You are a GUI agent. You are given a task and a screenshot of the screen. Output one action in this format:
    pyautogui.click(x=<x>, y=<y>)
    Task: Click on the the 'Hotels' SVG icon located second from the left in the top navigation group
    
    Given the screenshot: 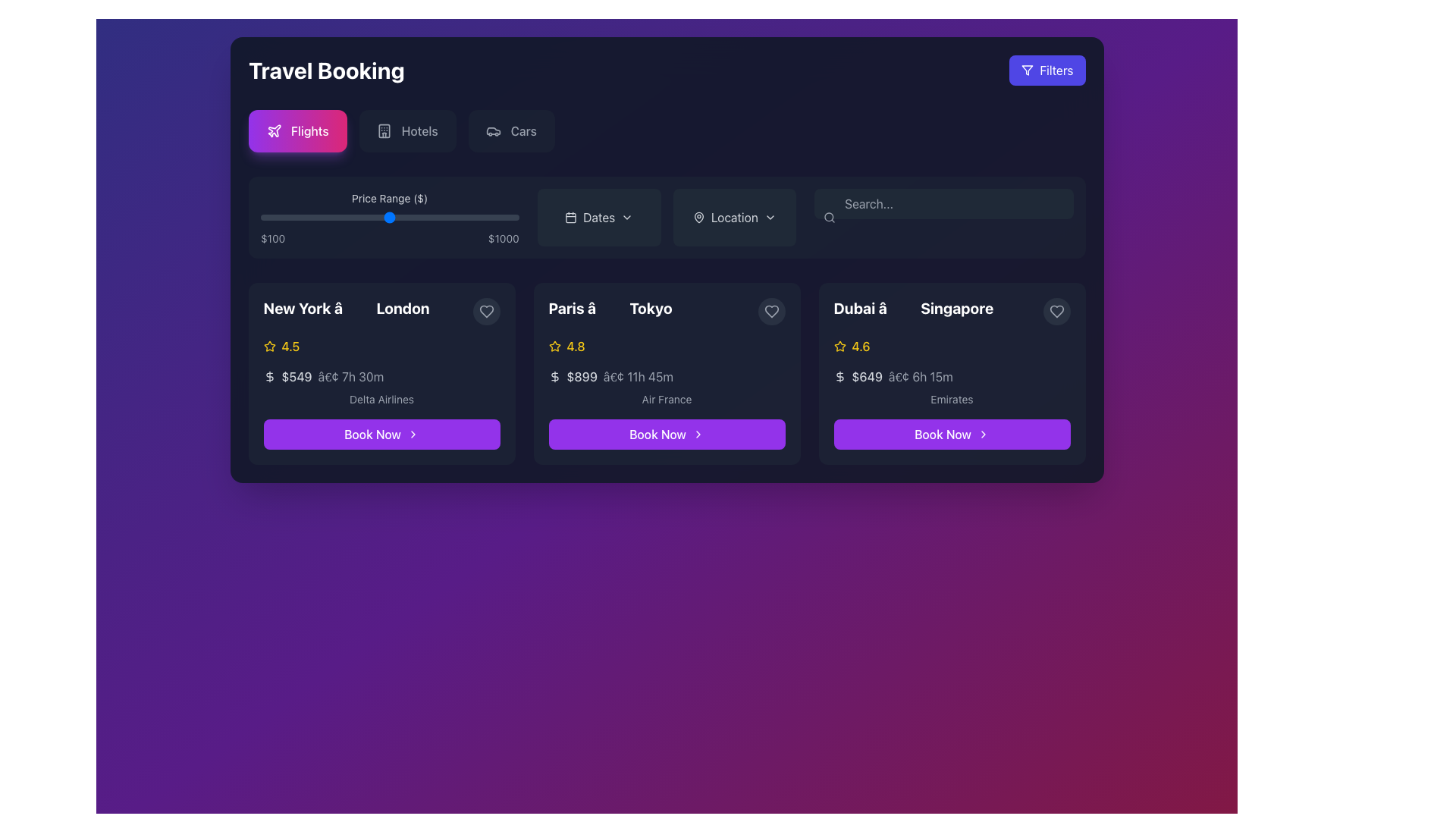 What is the action you would take?
    pyautogui.click(x=384, y=130)
    